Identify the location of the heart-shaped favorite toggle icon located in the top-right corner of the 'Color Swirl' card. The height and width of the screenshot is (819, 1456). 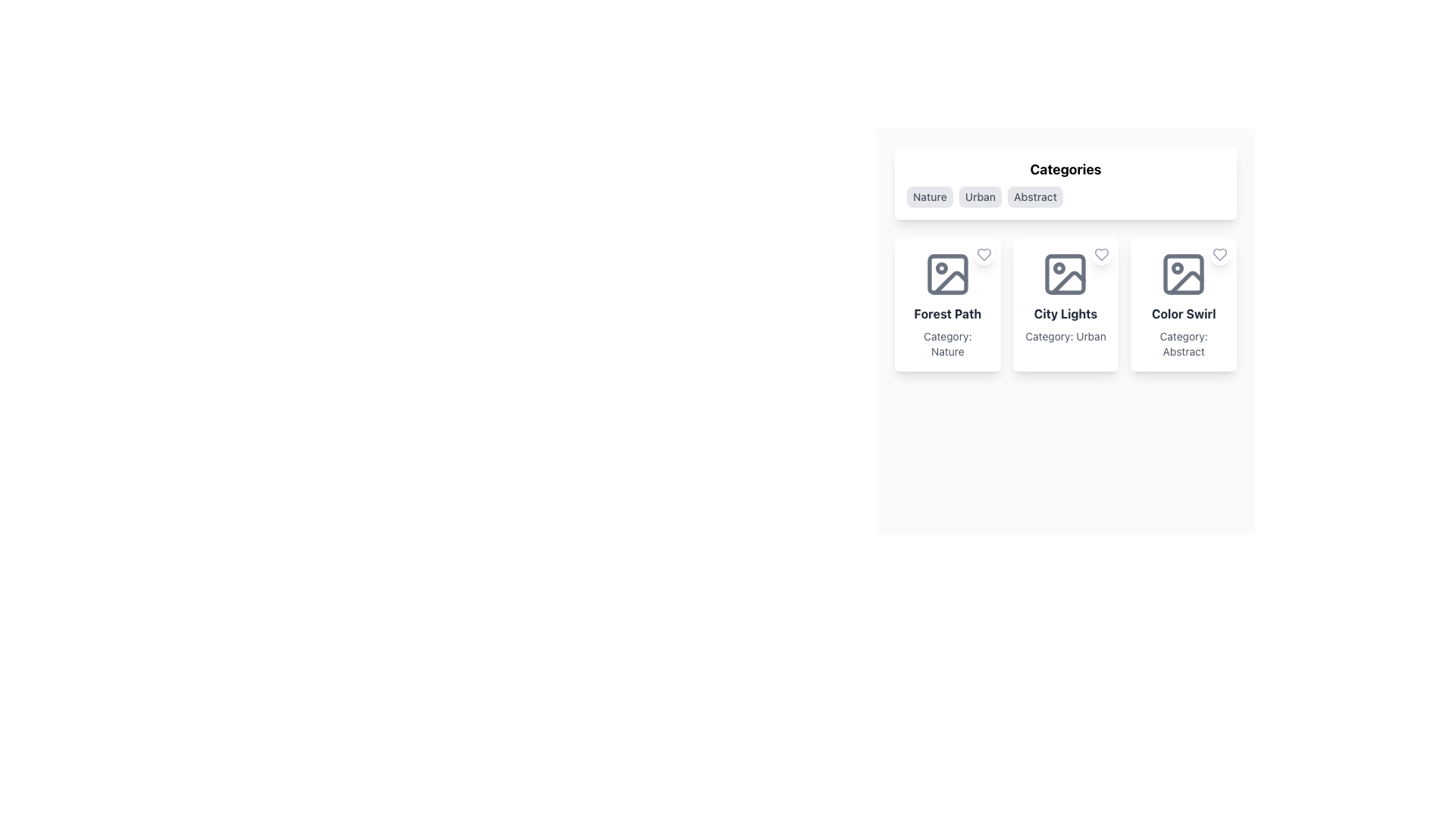
(1219, 253).